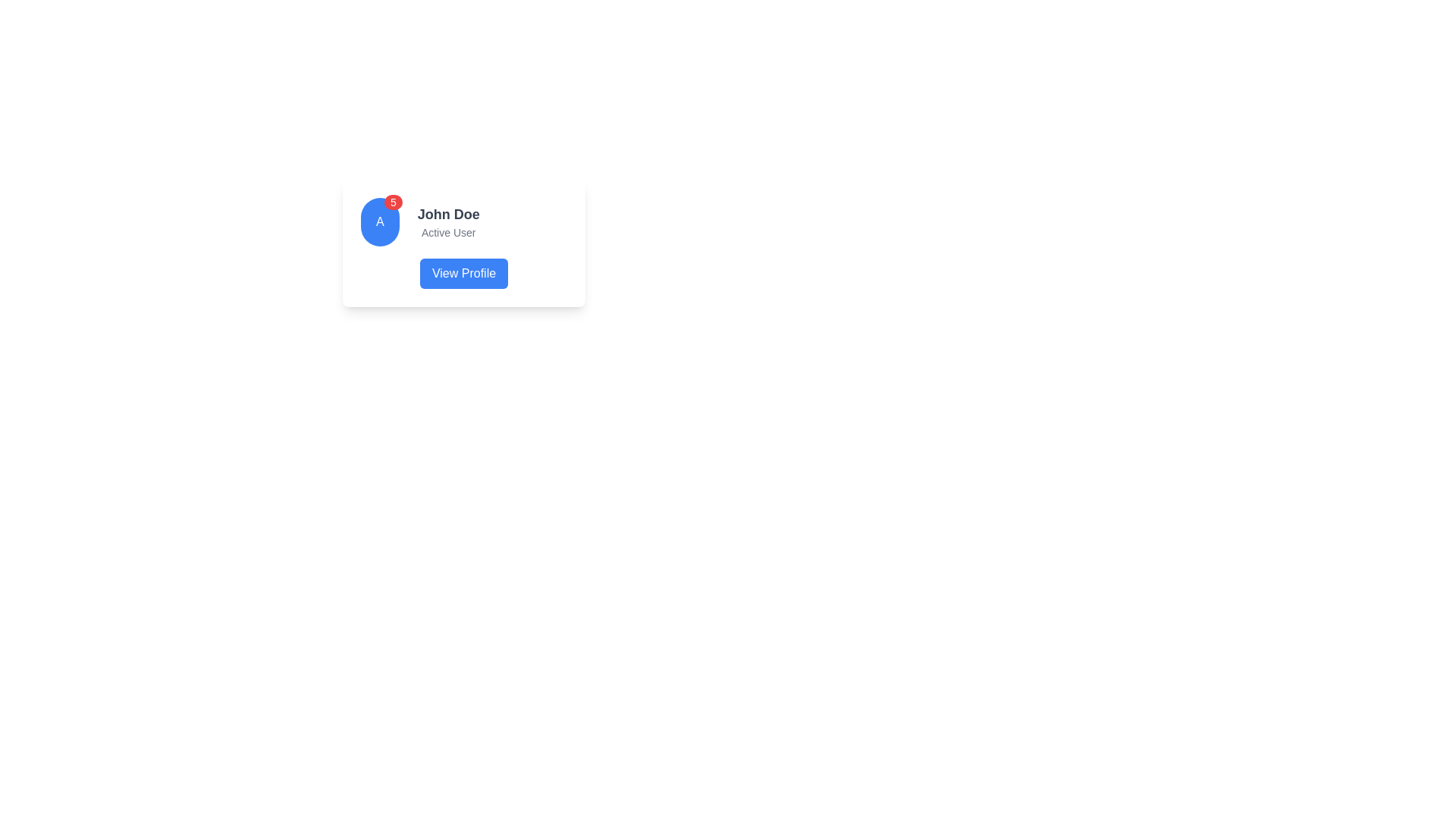 The image size is (1456, 819). Describe the element at coordinates (463, 274) in the screenshot. I see `the navigation button located at the bottom of the user details card` at that location.